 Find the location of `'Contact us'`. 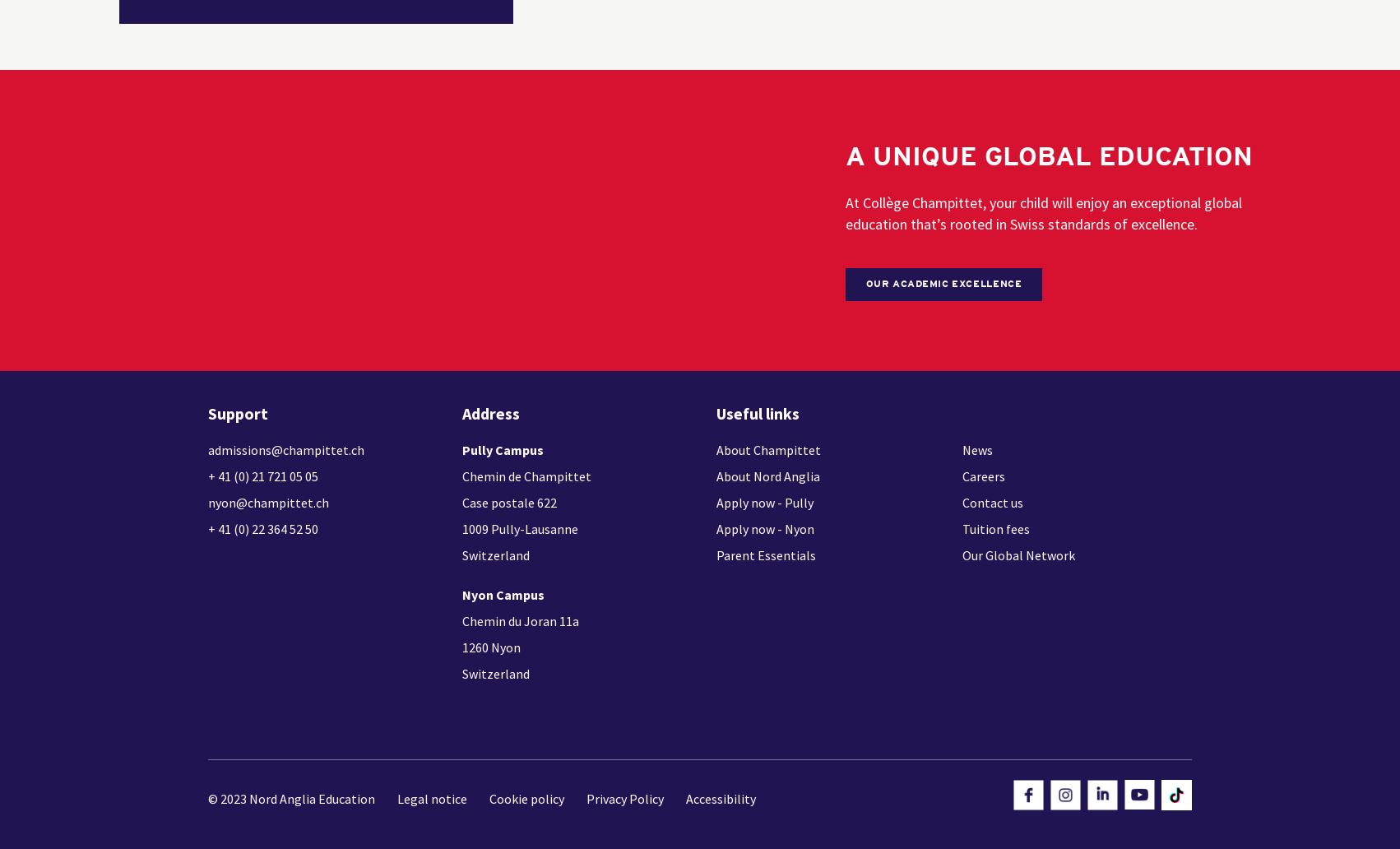

'Contact us' is located at coordinates (992, 503).